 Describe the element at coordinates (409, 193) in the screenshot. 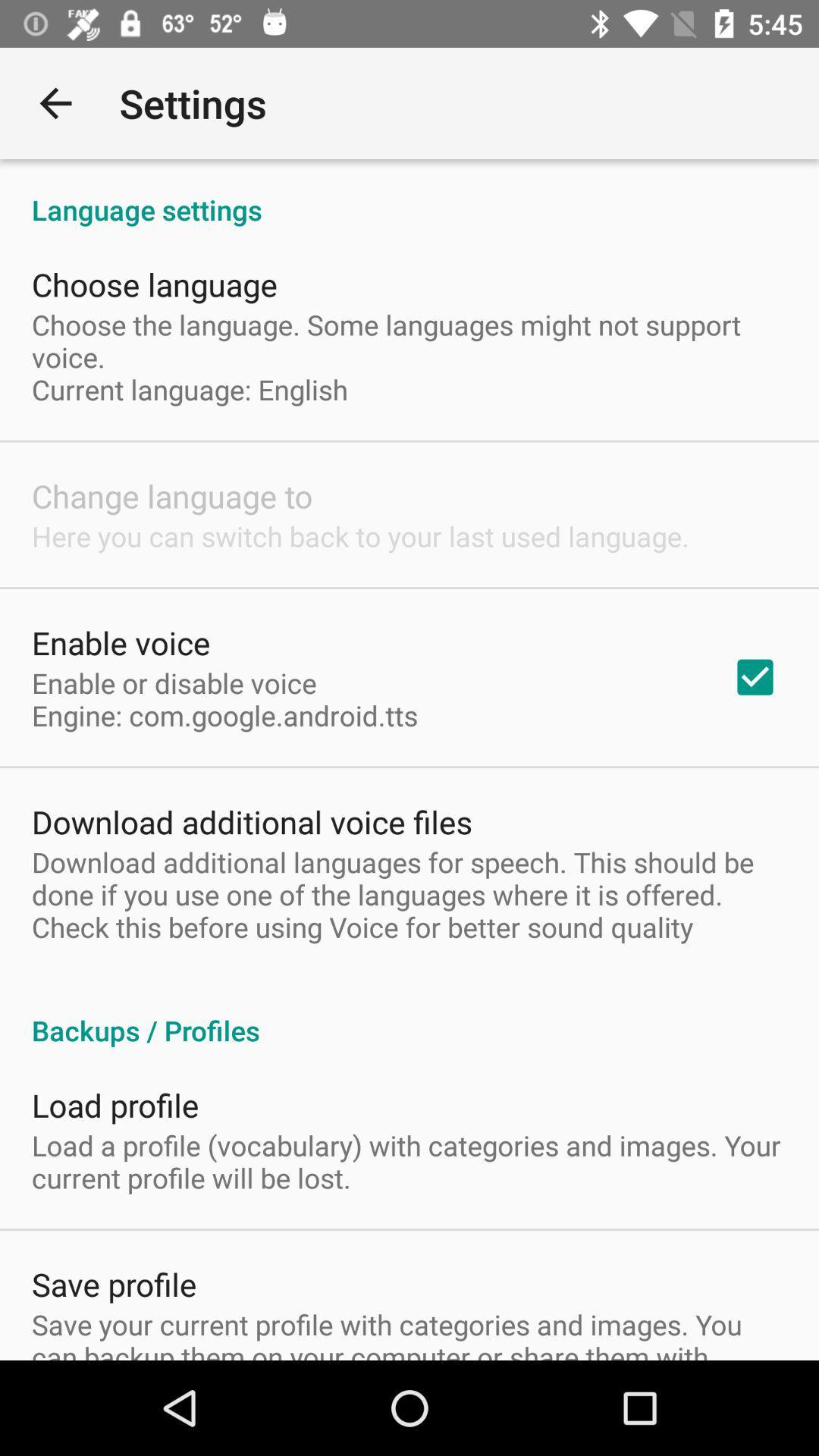

I see `the language settings app` at that location.